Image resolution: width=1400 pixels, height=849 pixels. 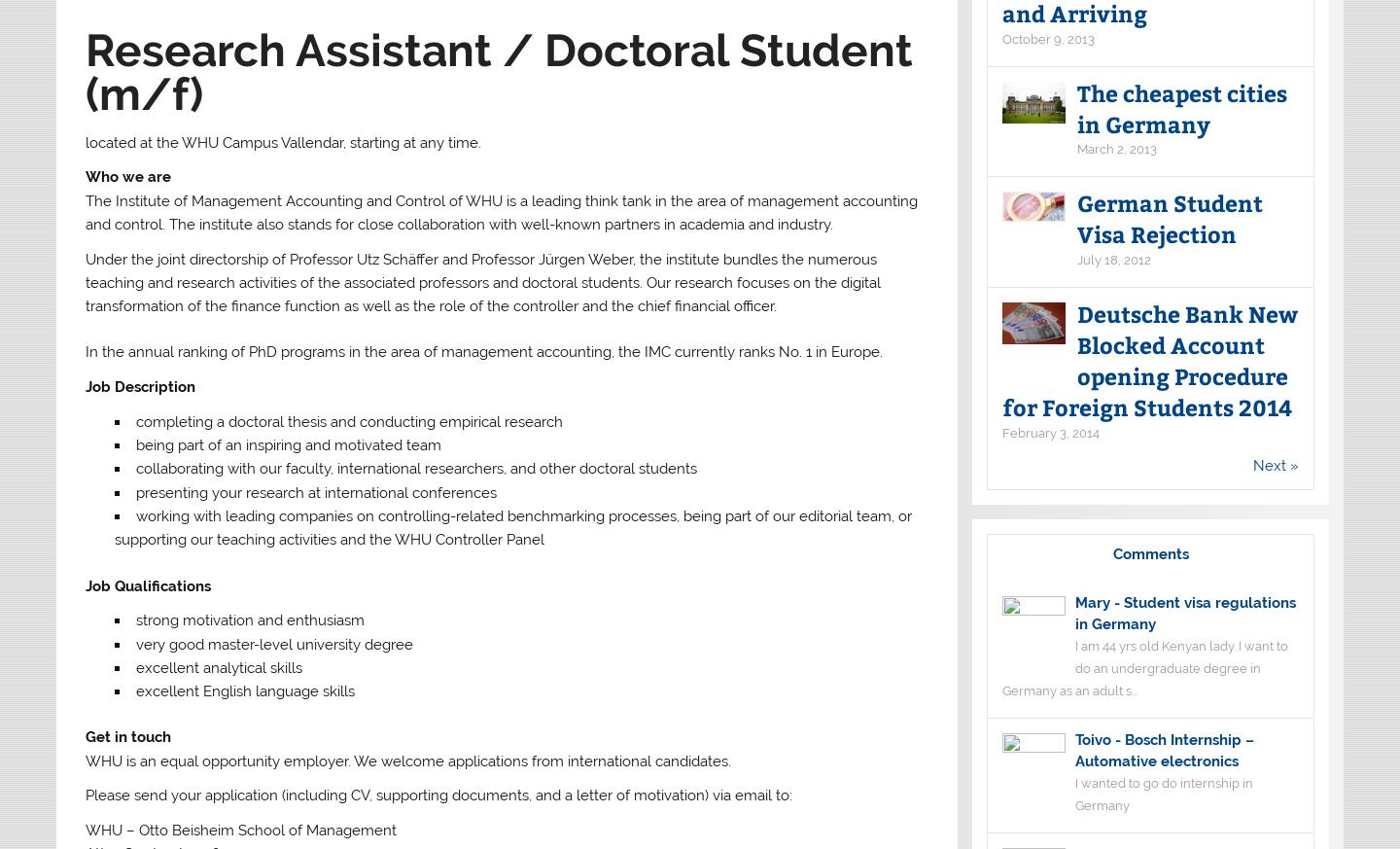 I want to click on 'excellent analytical skills', so click(x=218, y=667).